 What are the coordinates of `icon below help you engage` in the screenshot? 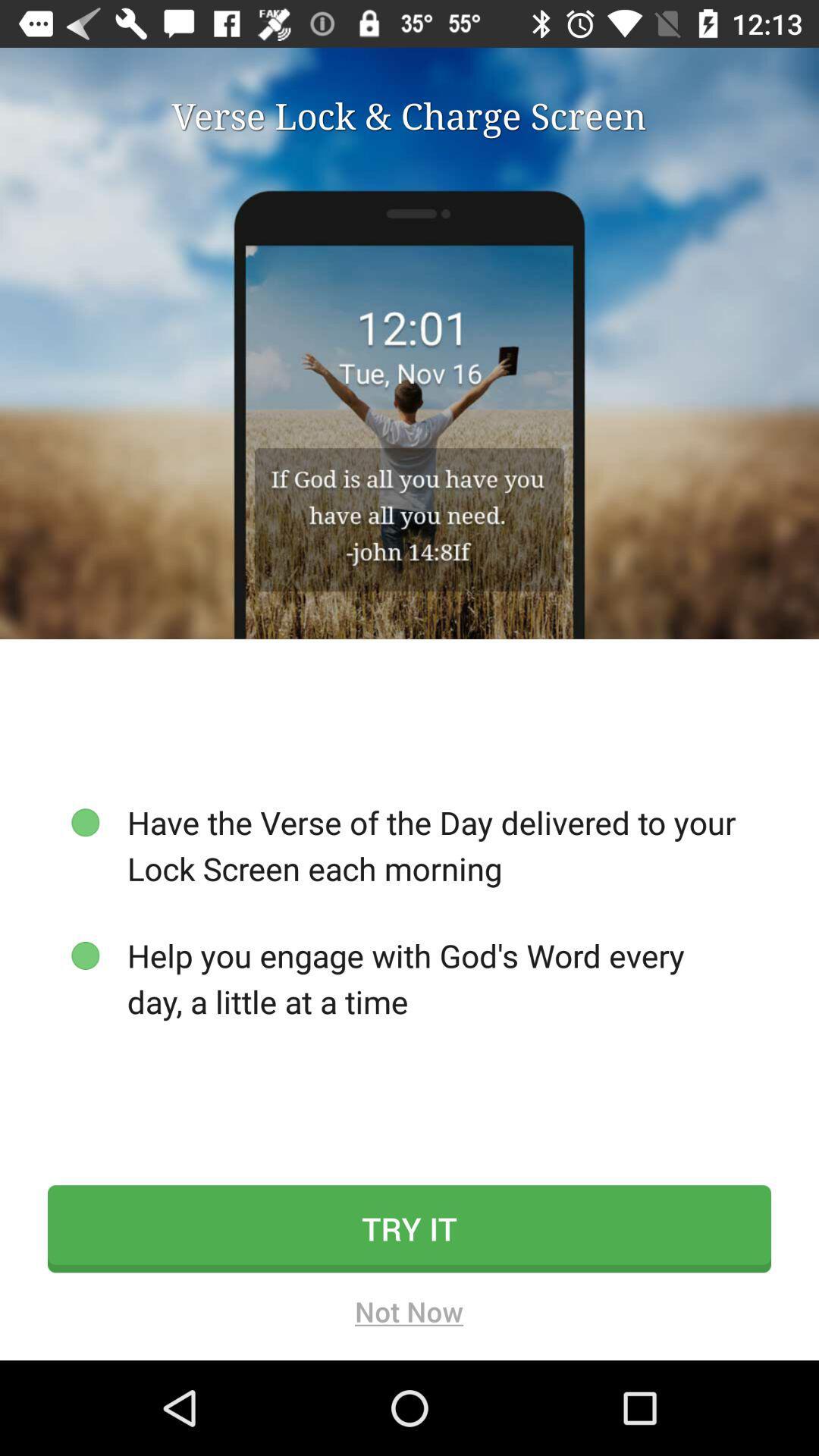 It's located at (409, 1228).